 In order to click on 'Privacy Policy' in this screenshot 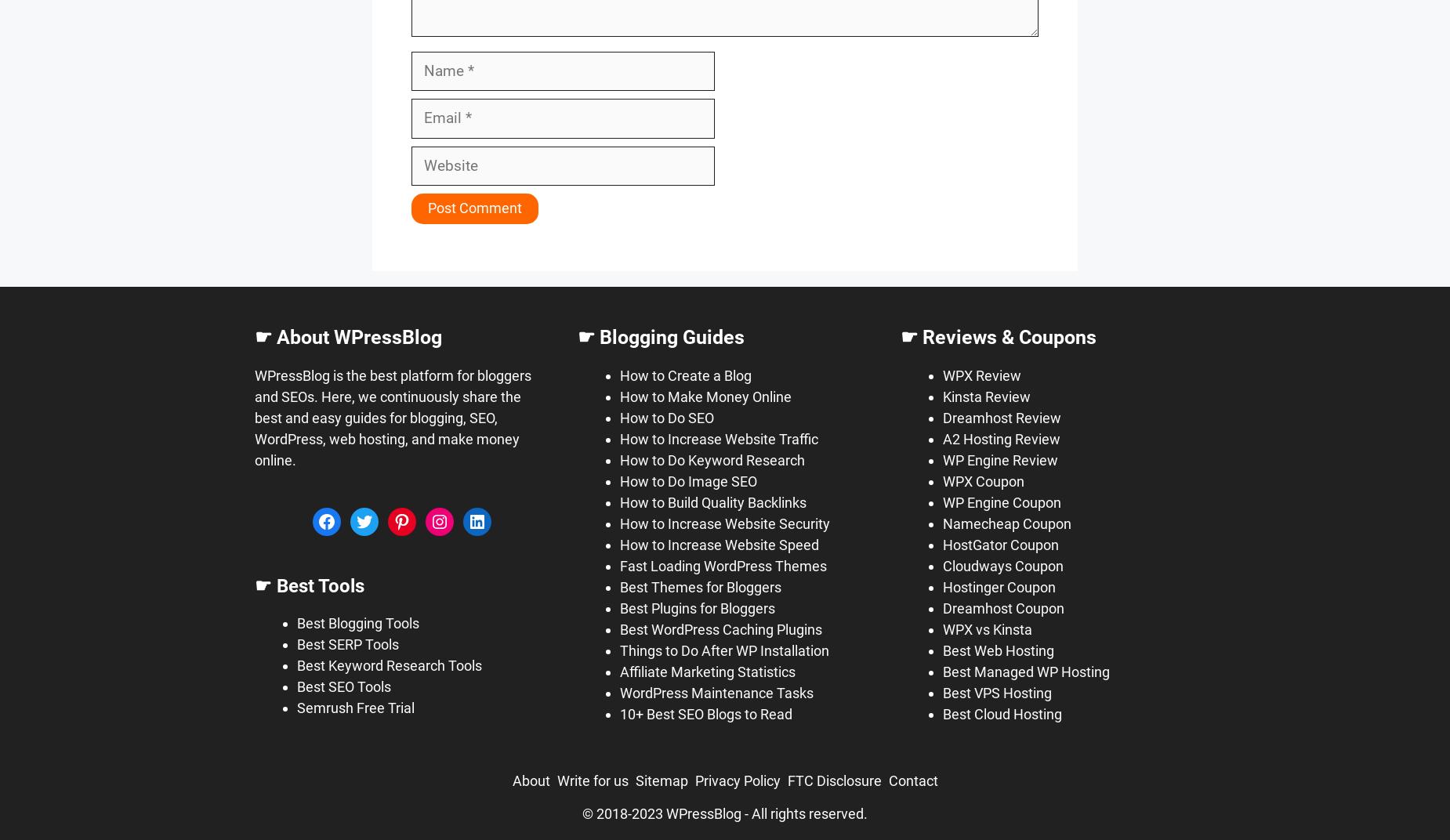, I will do `click(736, 780)`.